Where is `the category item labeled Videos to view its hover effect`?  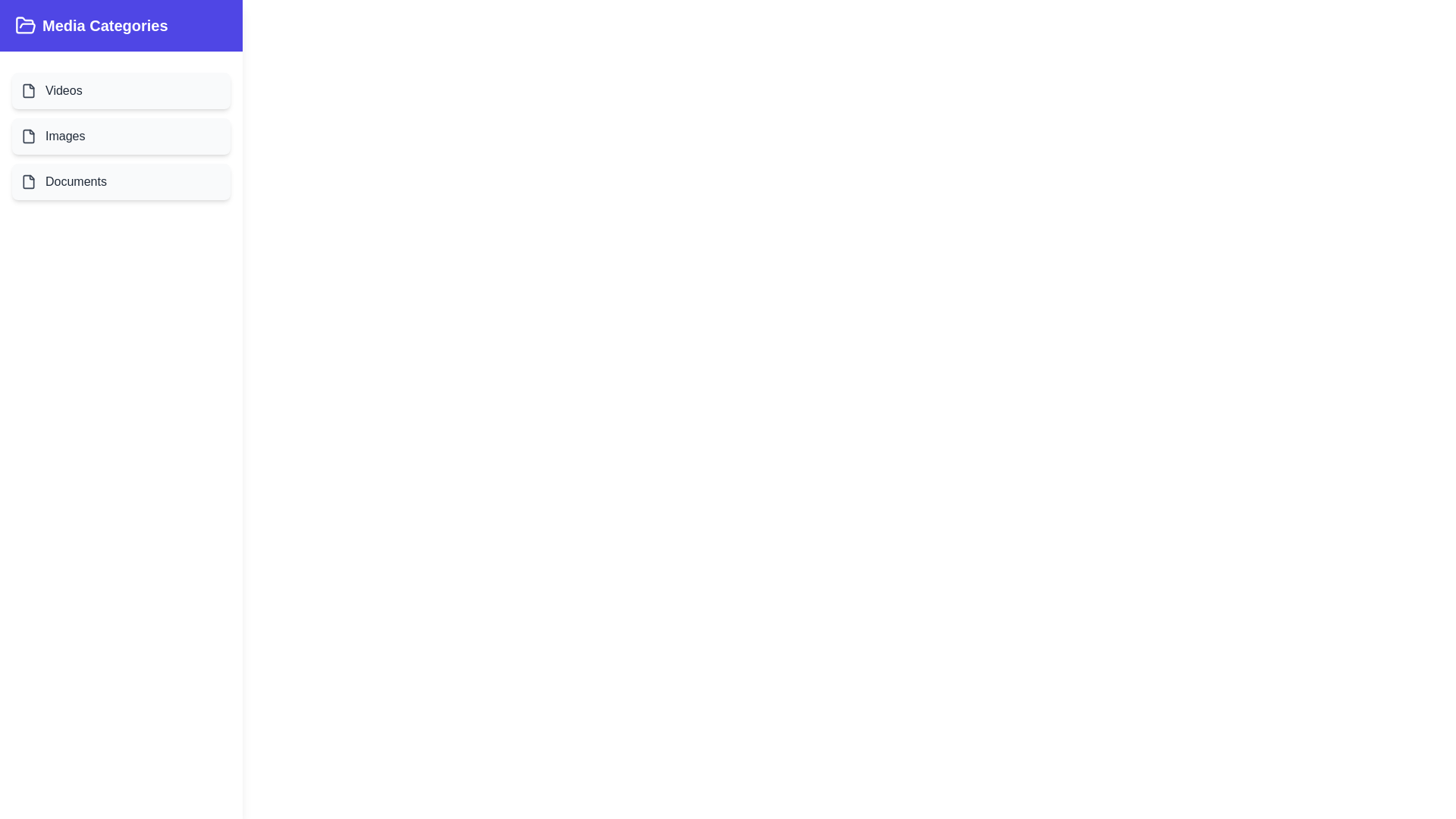 the category item labeled Videos to view its hover effect is located at coordinates (120, 90).